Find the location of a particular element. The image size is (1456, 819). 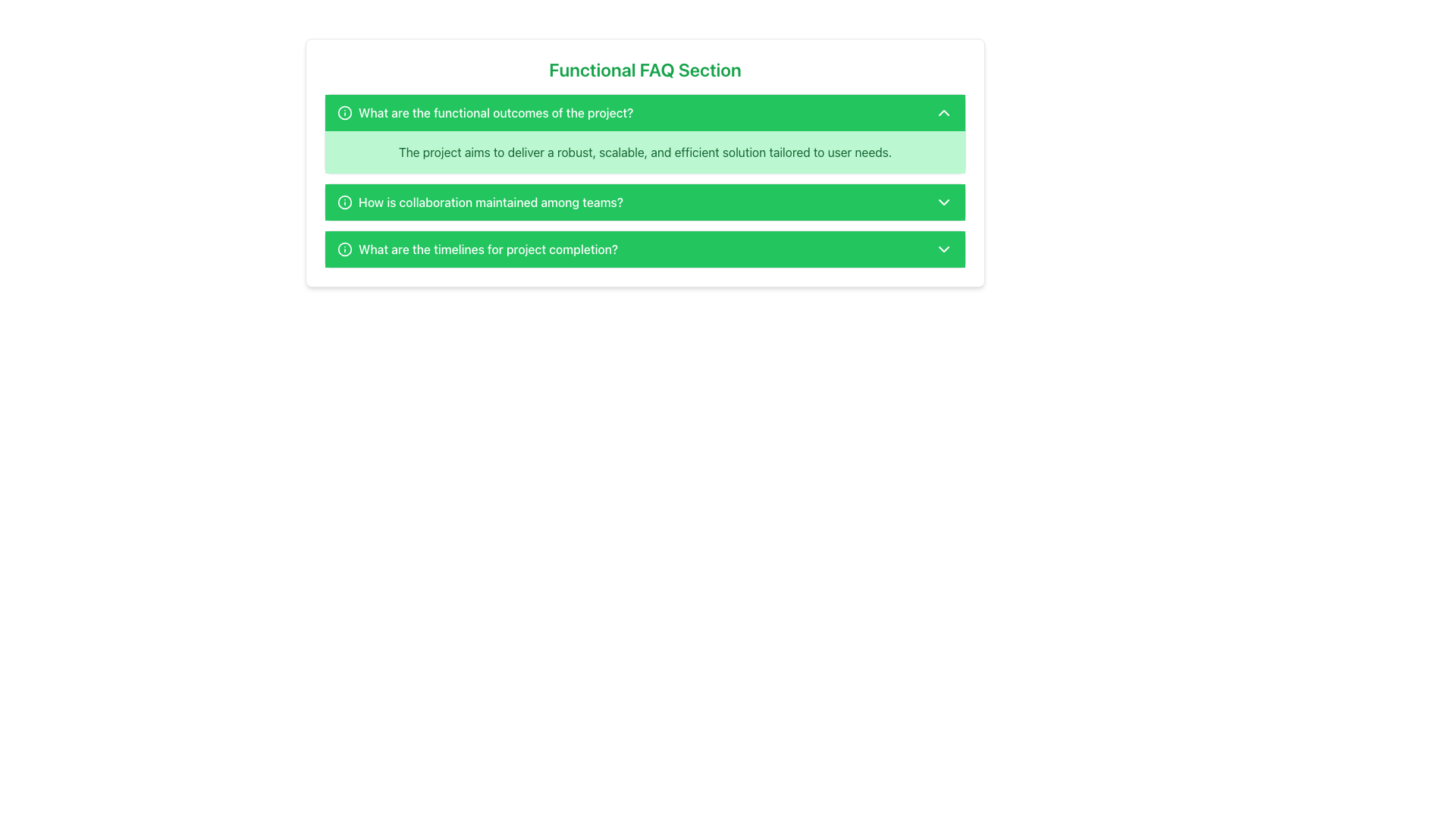

the circular information icon with a green background located next to the FAQ question 'How is collaboration maintained among teams?' is located at coordinates (344, 201).